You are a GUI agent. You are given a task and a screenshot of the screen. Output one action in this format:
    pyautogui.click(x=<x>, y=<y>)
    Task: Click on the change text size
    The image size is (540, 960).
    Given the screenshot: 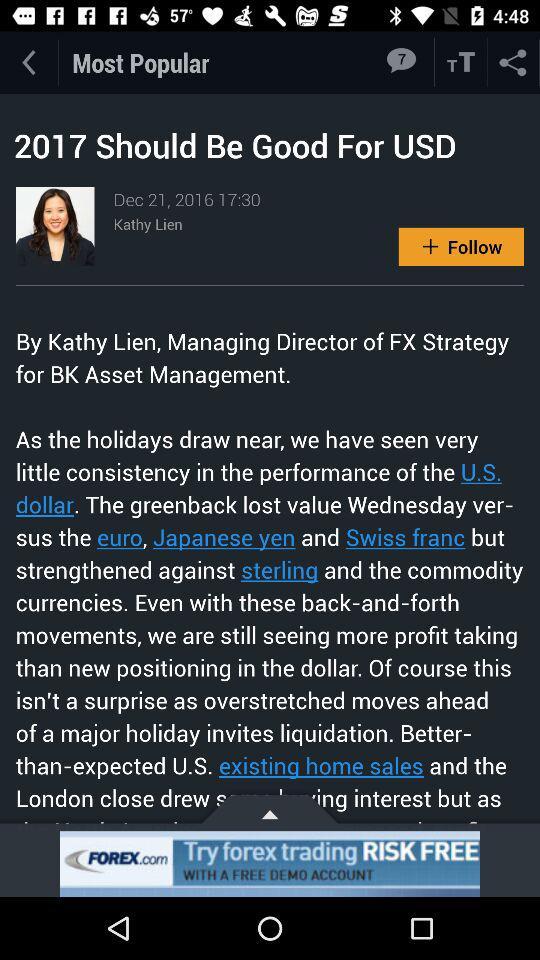 What is the action you would take?
    pyautogui.click(x=461, y=62)
    